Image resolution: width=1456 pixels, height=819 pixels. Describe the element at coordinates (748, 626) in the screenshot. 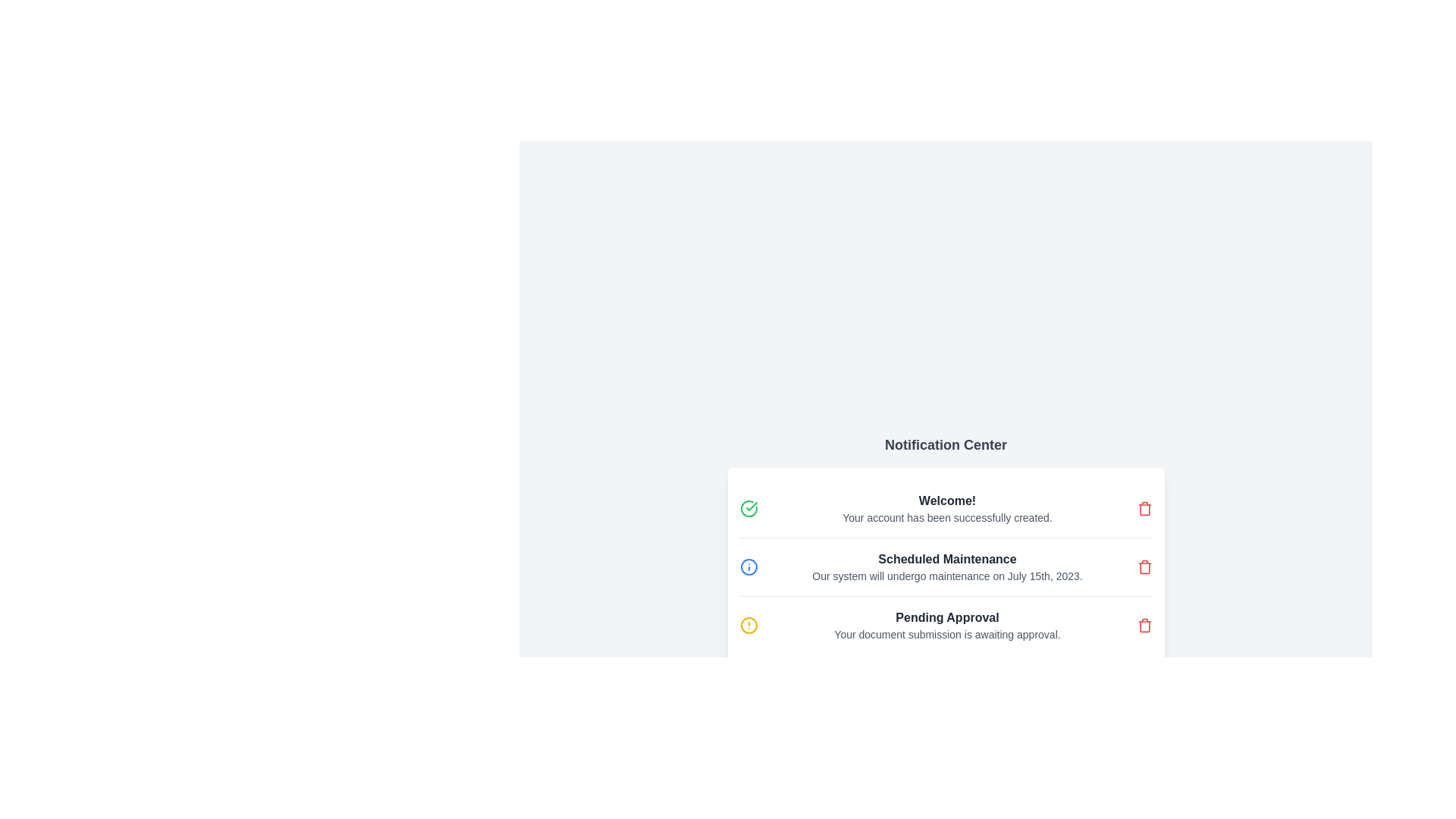

I see `the alert icon located in the third notification row of the Notification Center, which indicates that a document submission is pending approval, to potentially observe a tooltip` at that location.